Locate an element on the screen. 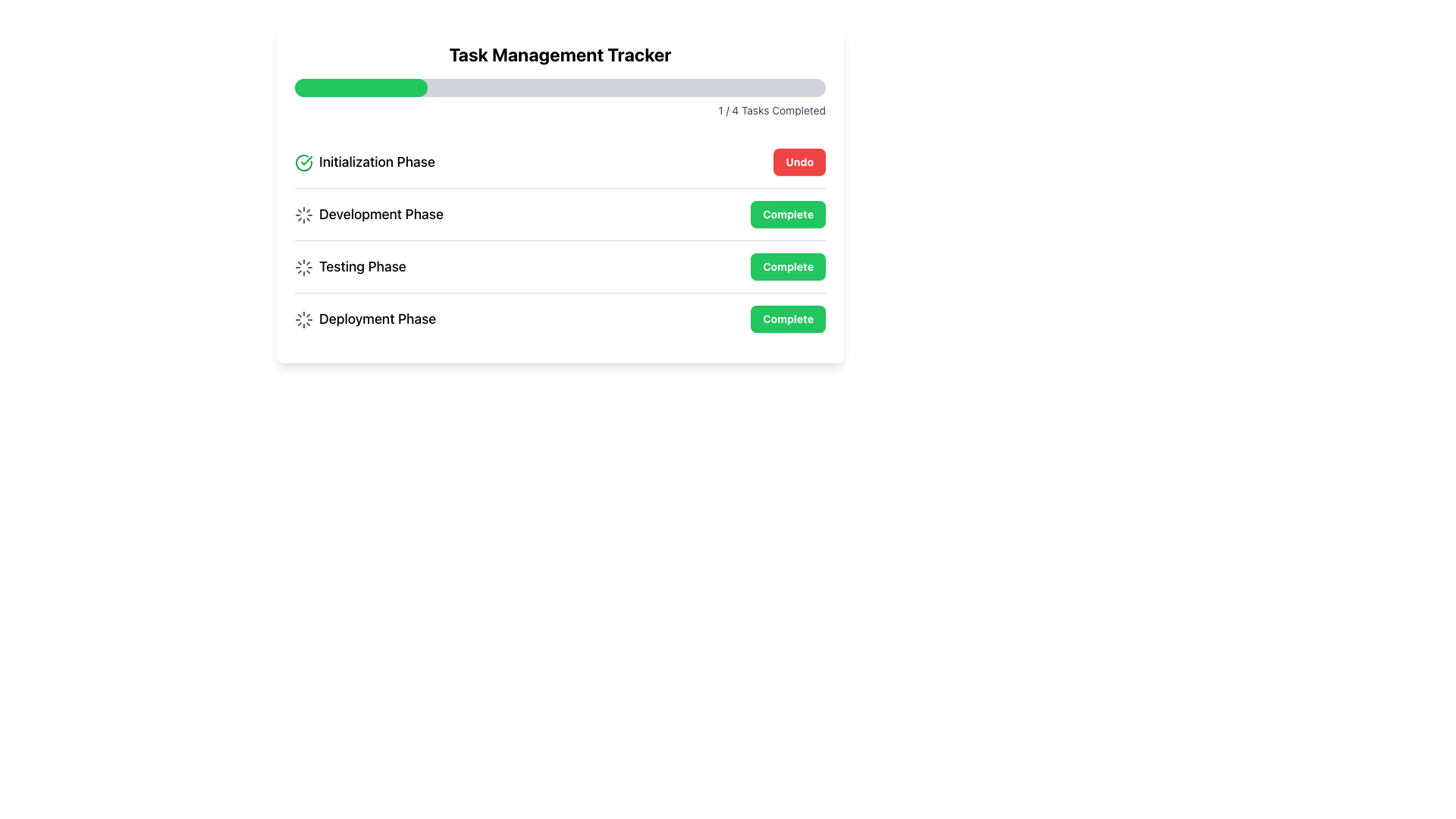 The height and width of the screenshot is (819, 1456). the text label indicating the current phase of a task or project, which is the third item in a vertical list on the task management dashboard, positioned below 'Development Phase' and above 'Deployment Phase' is located at coordinates (350, 265).